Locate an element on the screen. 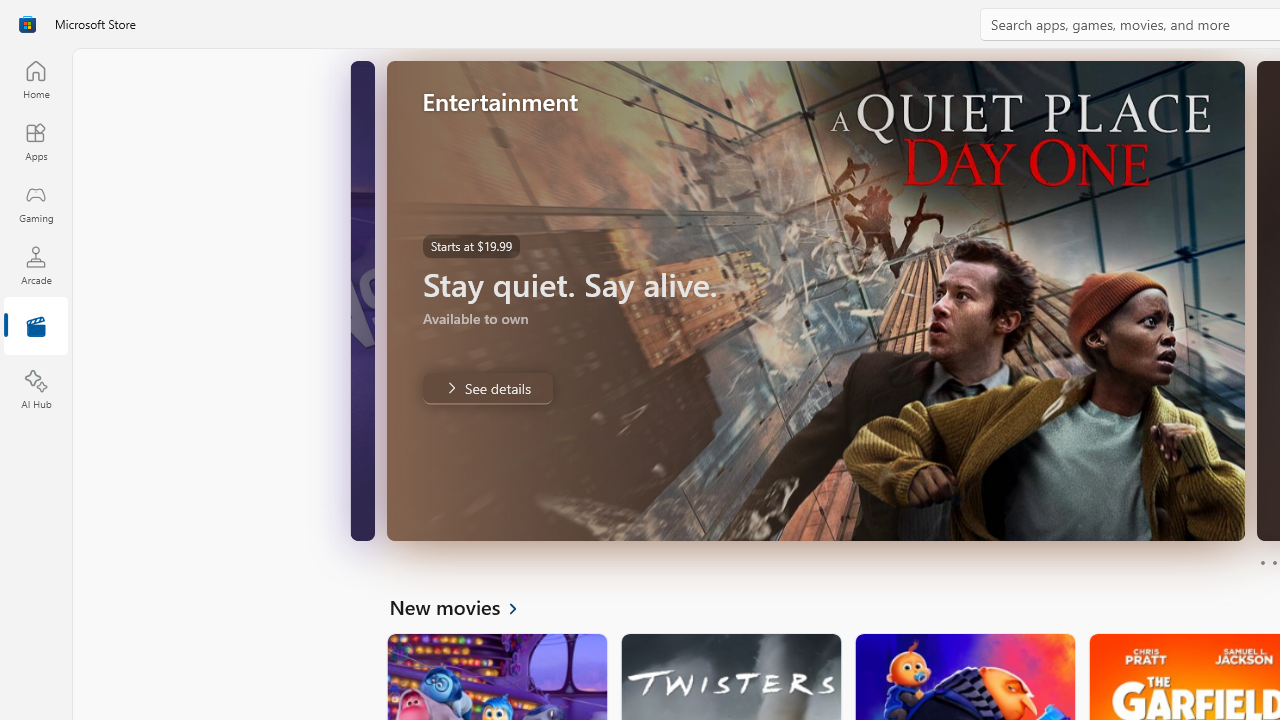 Image resolution: width=1280 pixels, height=720 pixels. 'Arcade' is located at coordinates (35, 264).